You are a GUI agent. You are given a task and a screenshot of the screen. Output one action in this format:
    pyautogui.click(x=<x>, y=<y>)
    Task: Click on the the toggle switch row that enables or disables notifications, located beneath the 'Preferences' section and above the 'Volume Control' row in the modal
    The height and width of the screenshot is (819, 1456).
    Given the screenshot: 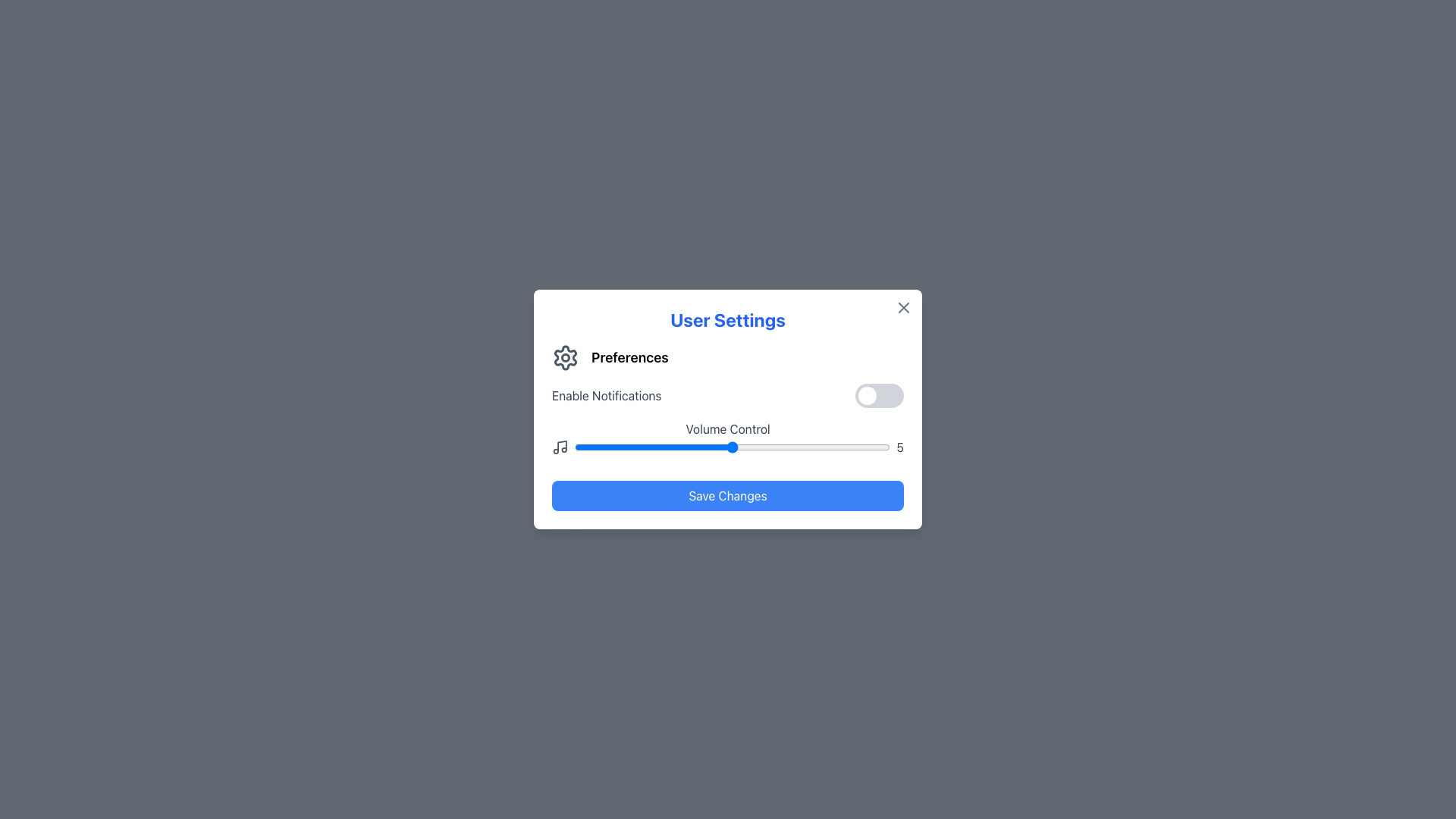 What is the action you would take?
    pyautogui.click(x=728, y=394)
    